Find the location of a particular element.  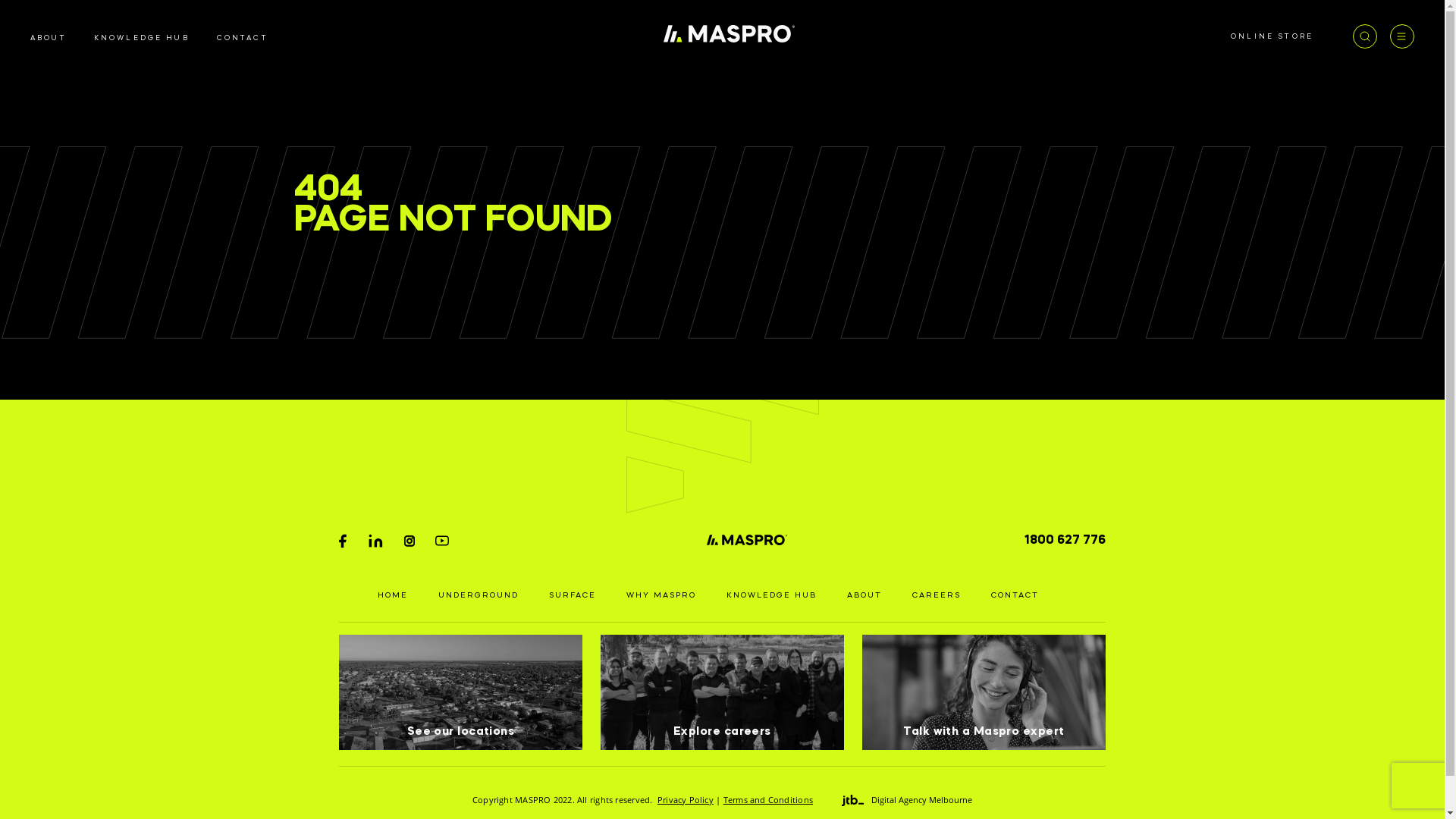

'Terms and Conditions' is located at coordinates (767, 799).